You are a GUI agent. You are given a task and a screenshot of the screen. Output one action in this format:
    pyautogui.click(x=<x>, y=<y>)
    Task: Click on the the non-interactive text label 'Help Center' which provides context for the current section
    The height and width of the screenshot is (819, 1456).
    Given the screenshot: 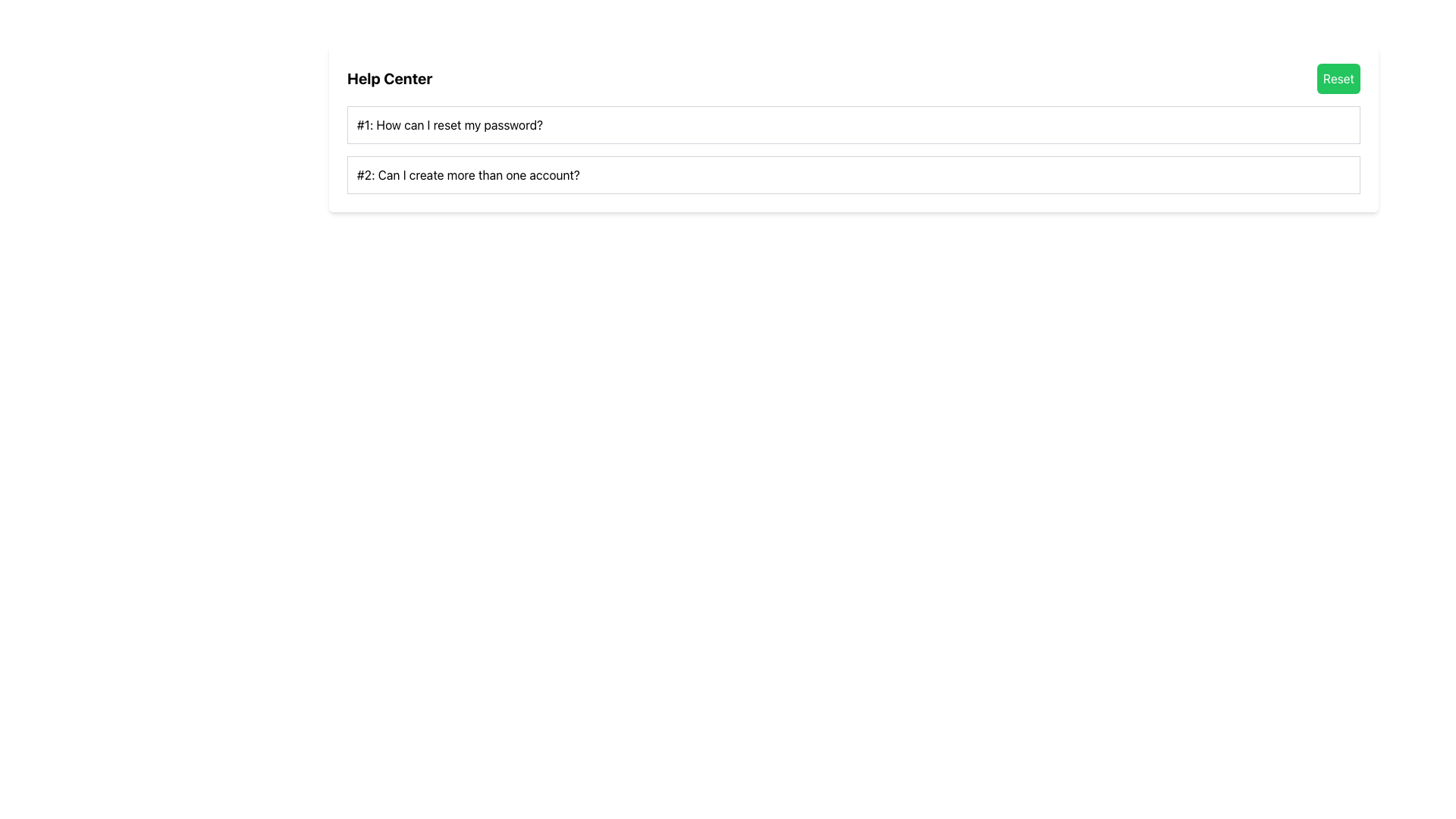 What is the action you would take?
    pyautogui.click(x=390, y=79)
    